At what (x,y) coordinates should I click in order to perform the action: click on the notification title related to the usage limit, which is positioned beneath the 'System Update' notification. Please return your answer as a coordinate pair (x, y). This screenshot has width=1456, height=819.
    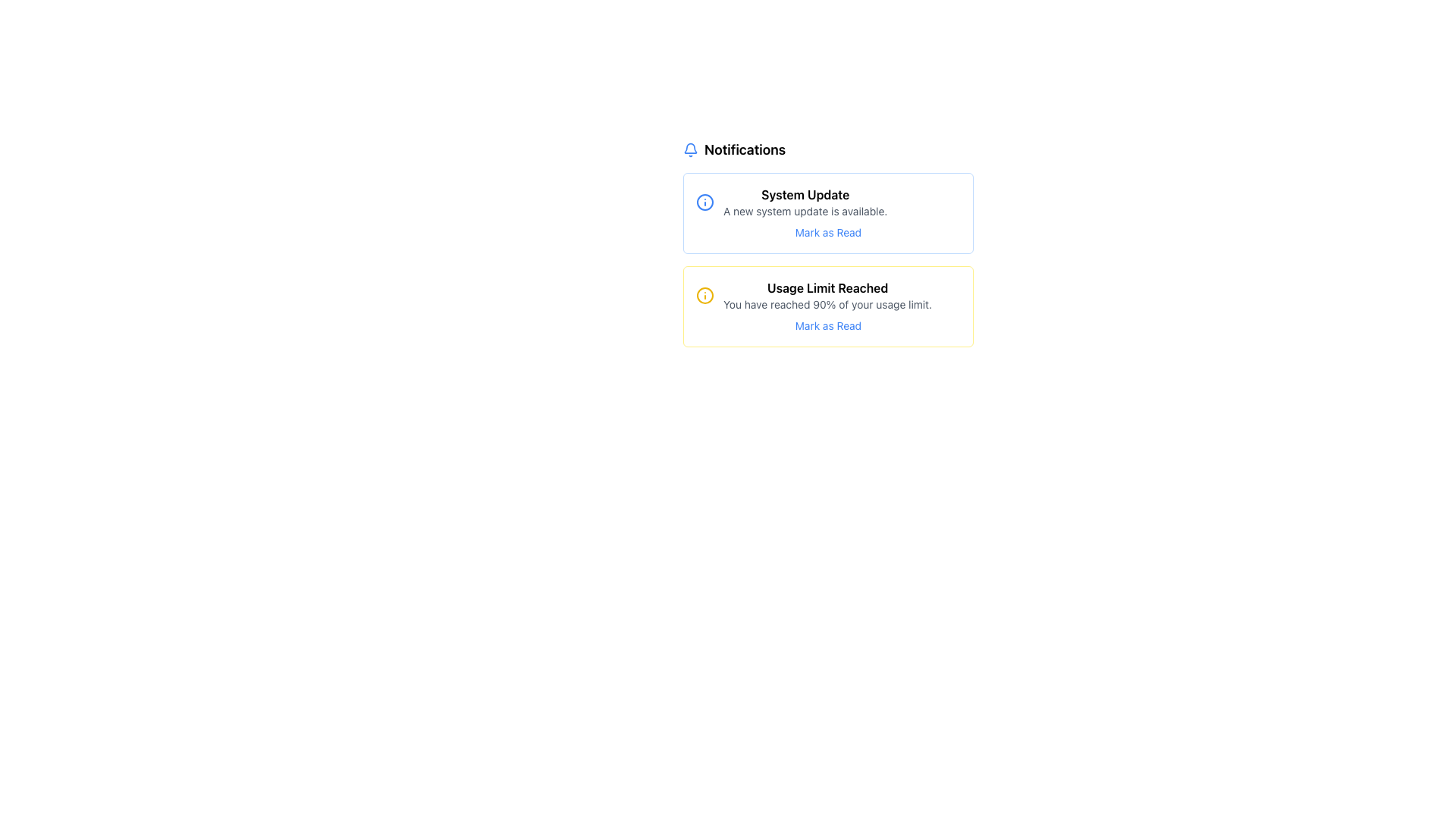
    Looking at the image, I should click on (827, 288).